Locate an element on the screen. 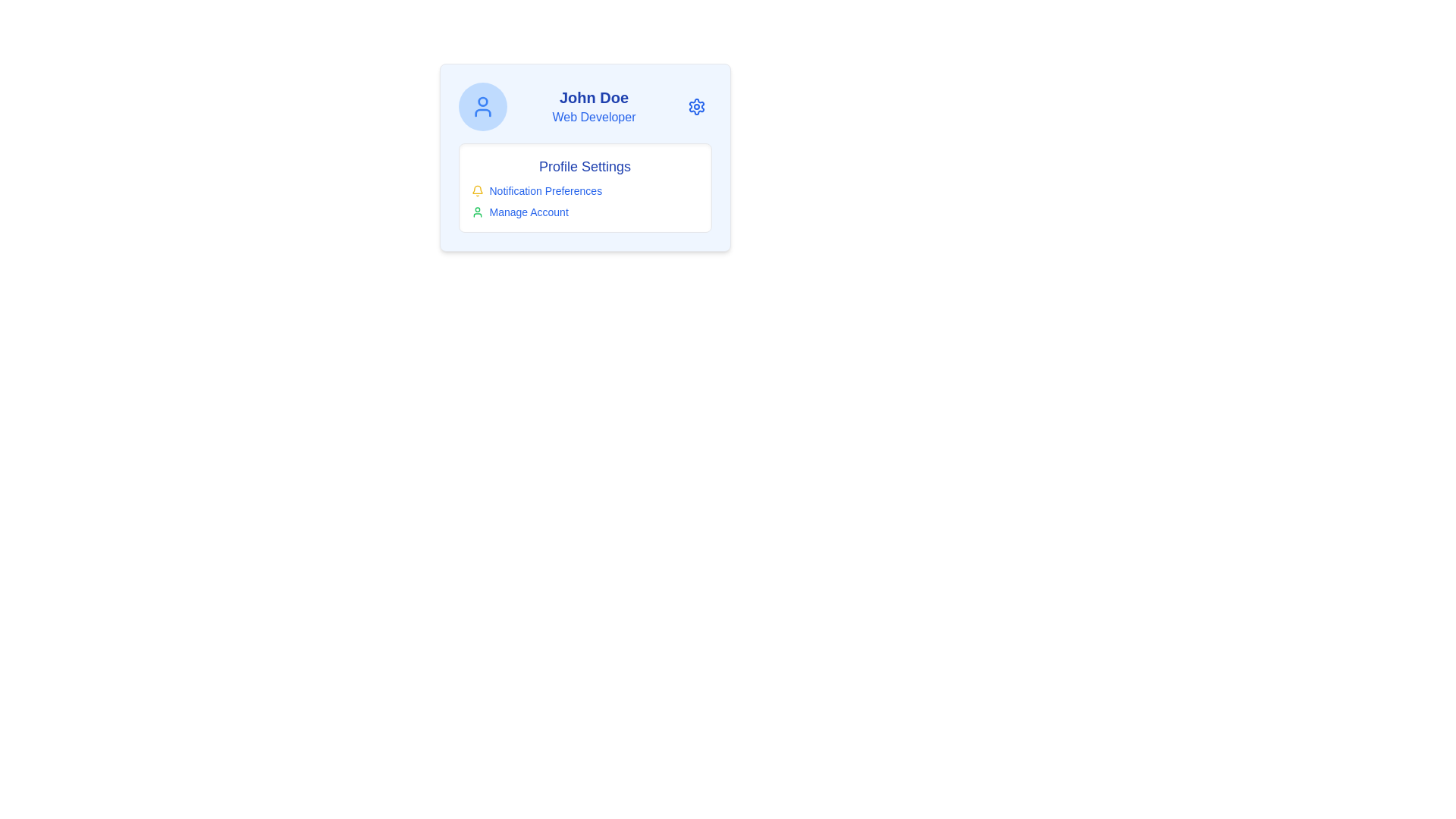 Image resolution: width=1456 pixels, height=819 pixels. the lower part of the user profile icon, which resembles a semicircular curve with a horizontal line, located at the center top section of the main card interface is located at coordinates (482, 112).